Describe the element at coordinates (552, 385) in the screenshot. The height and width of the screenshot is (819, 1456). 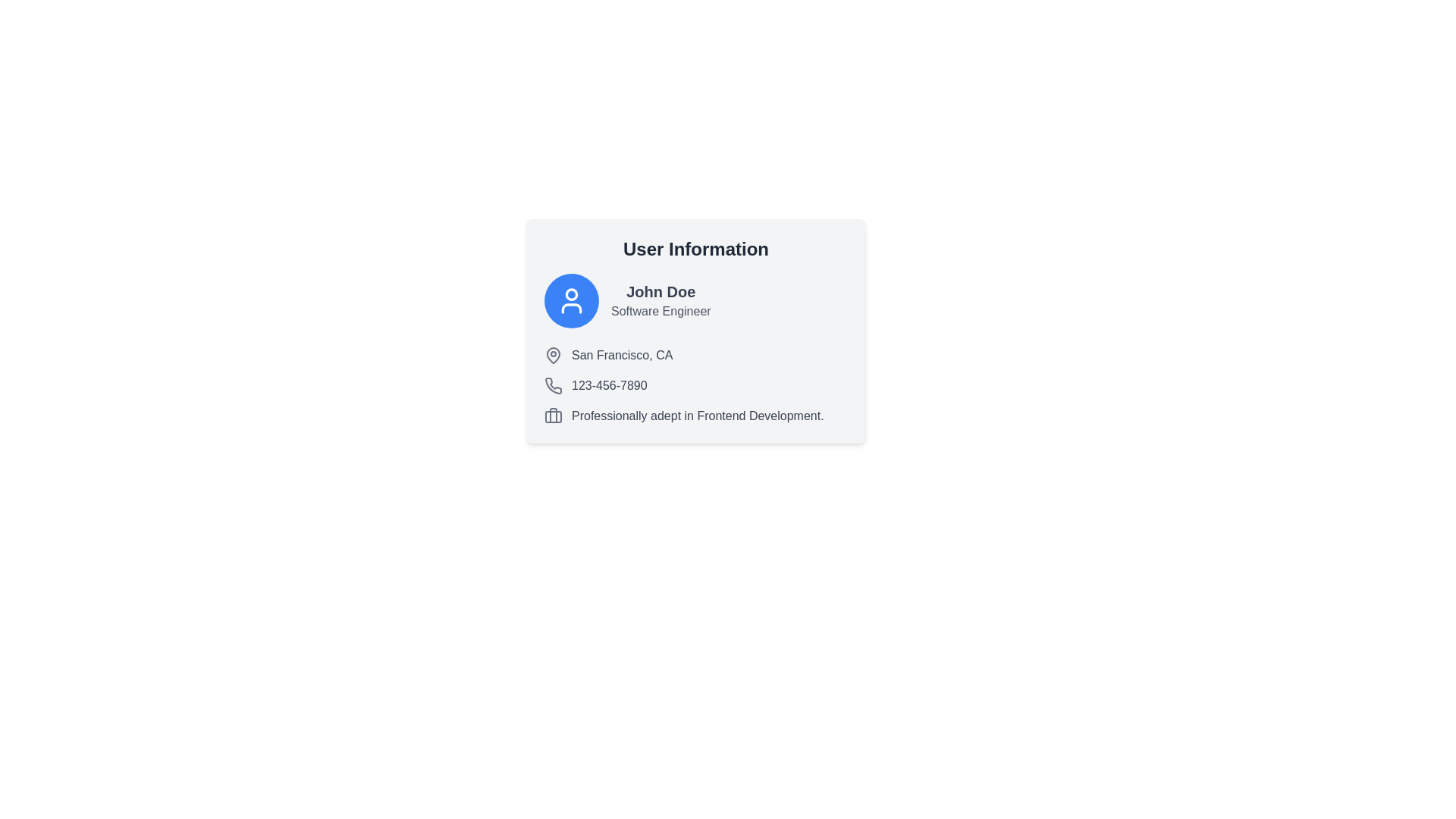
I see `the phone number icon located in the user information card interface, which is the third icon next to the phone number '123-456-7890.'` at that location.